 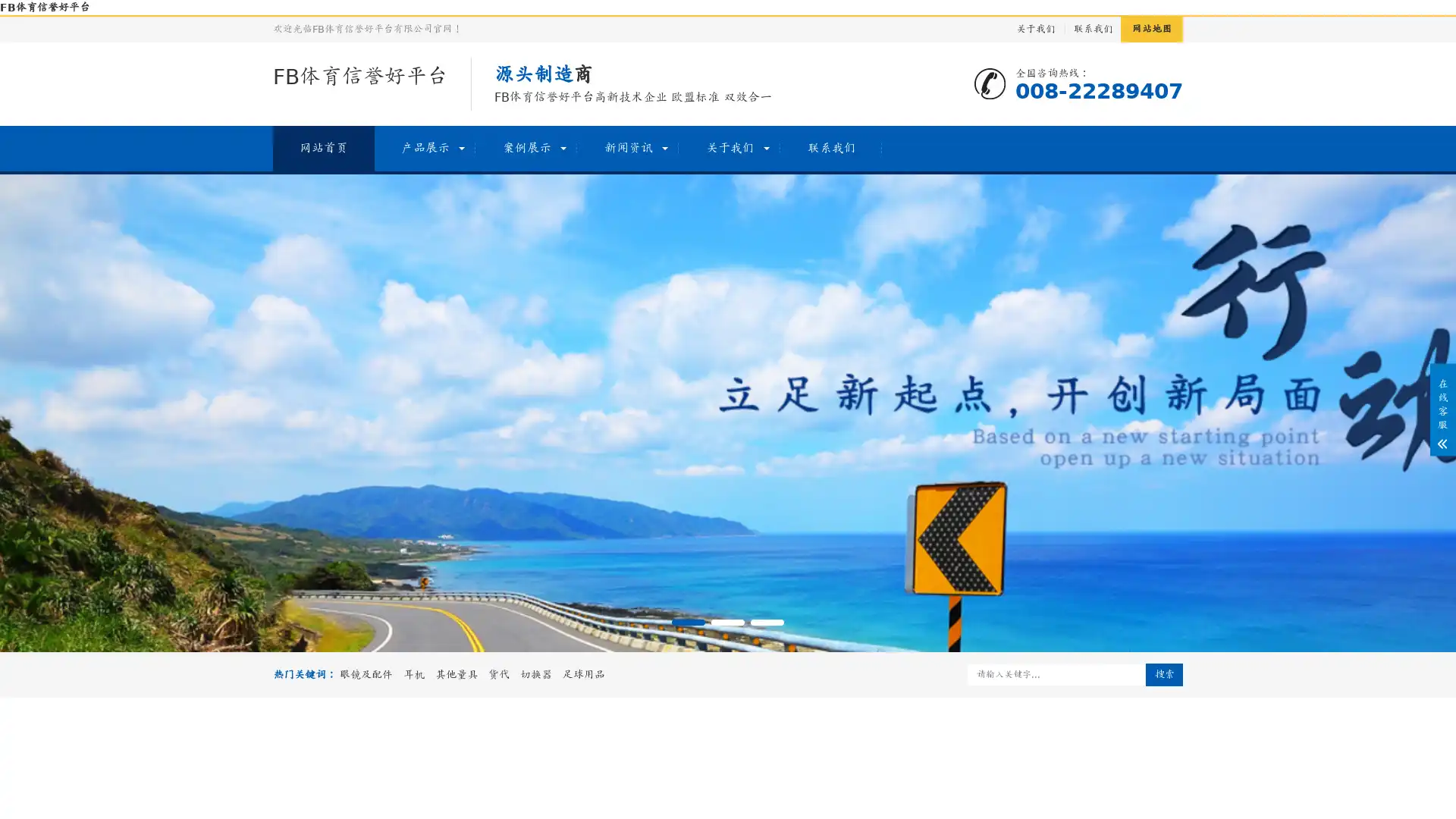 What do you see at coordinates (767, 623) in the screenshot?
I see `Go to slide 3` at bounding box center [767, 623].